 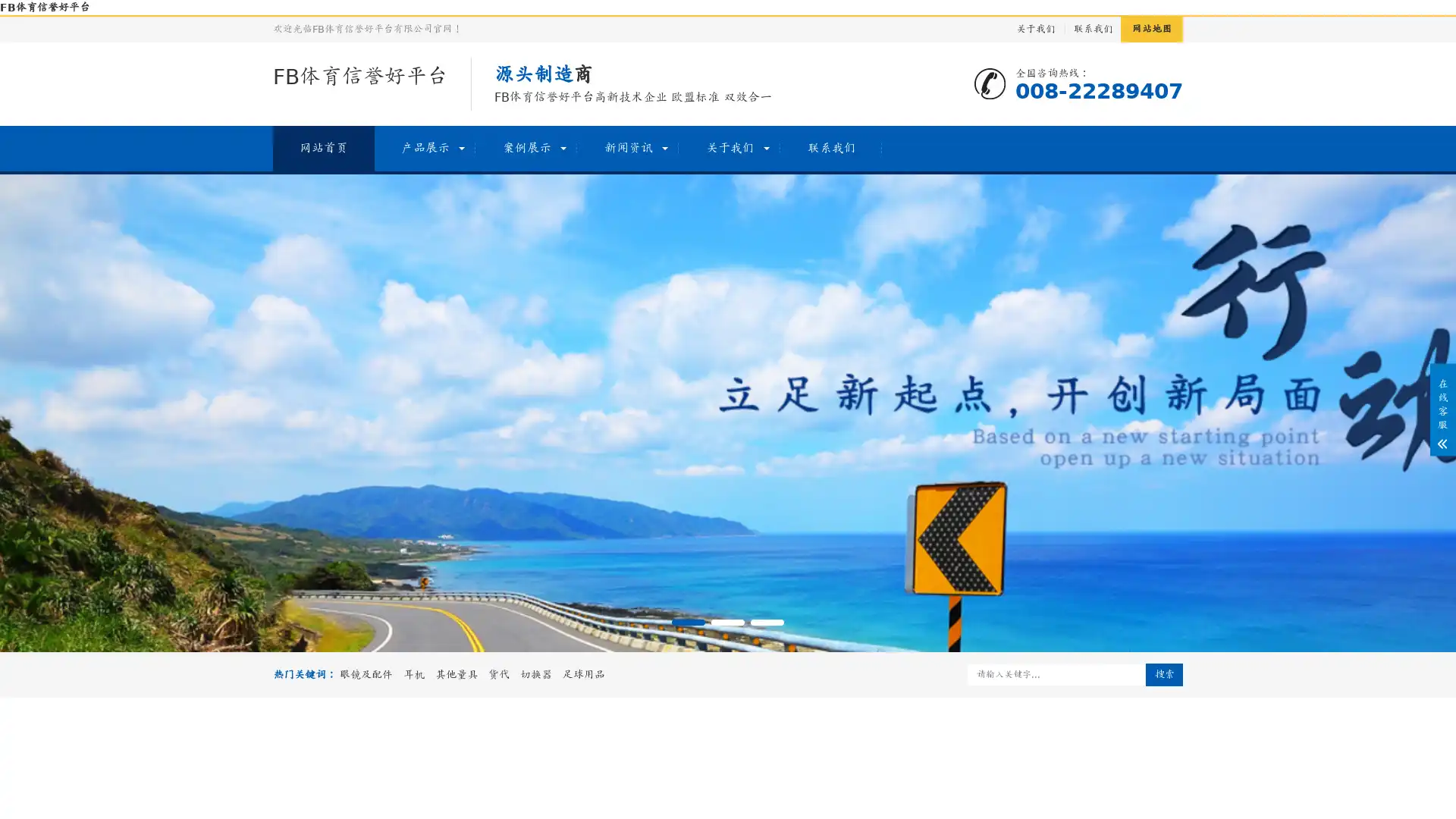 What do you see at coordinates (767, 623) in the screenshot?
I see `Go to slide 3` at bounding box center [767, 623].